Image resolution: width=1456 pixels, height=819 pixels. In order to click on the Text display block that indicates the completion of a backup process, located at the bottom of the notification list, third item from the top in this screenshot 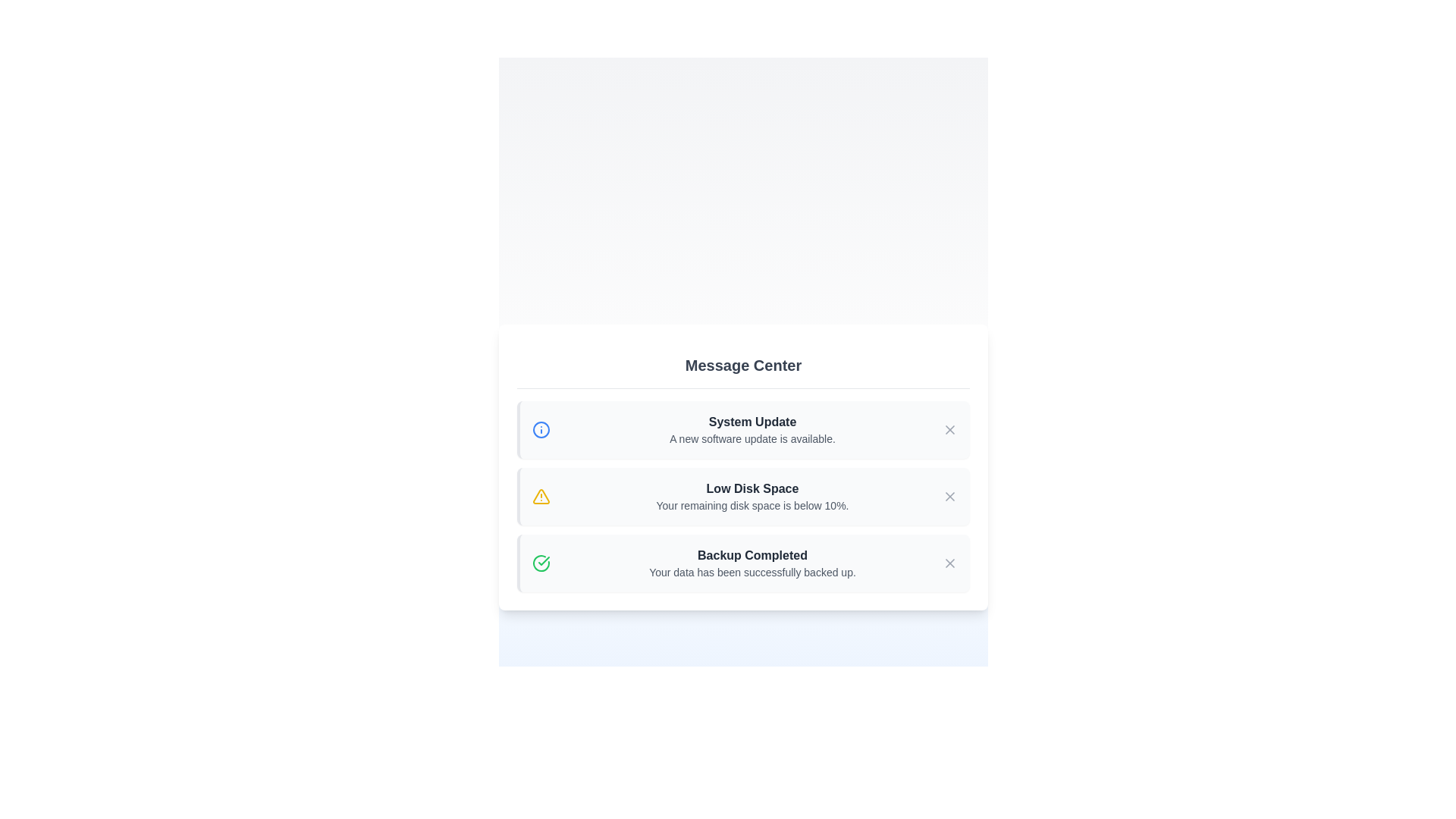, I will do `click(752, 563)`.